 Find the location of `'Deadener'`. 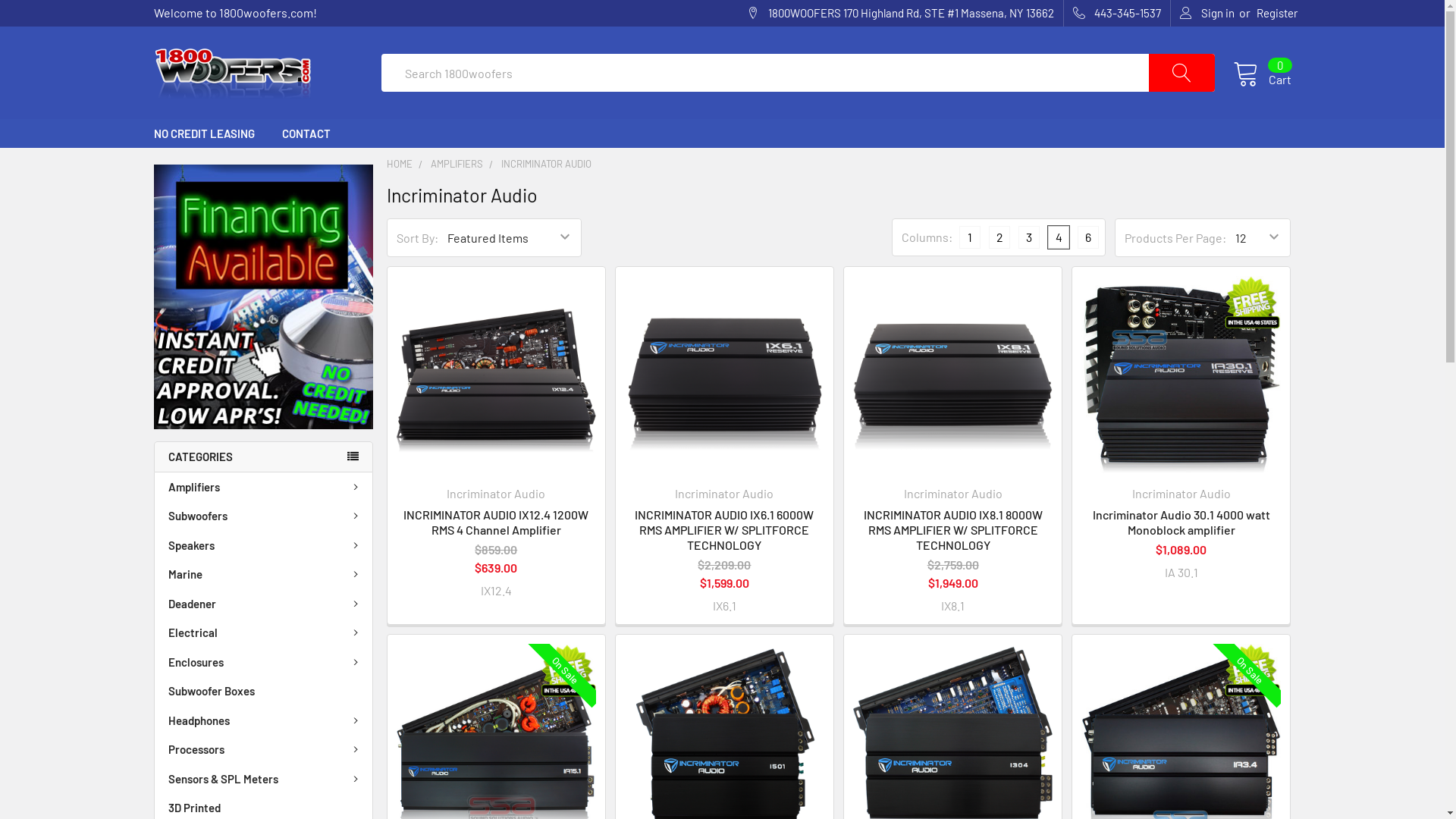

'Deadener' is located at coordinates (263, 603).